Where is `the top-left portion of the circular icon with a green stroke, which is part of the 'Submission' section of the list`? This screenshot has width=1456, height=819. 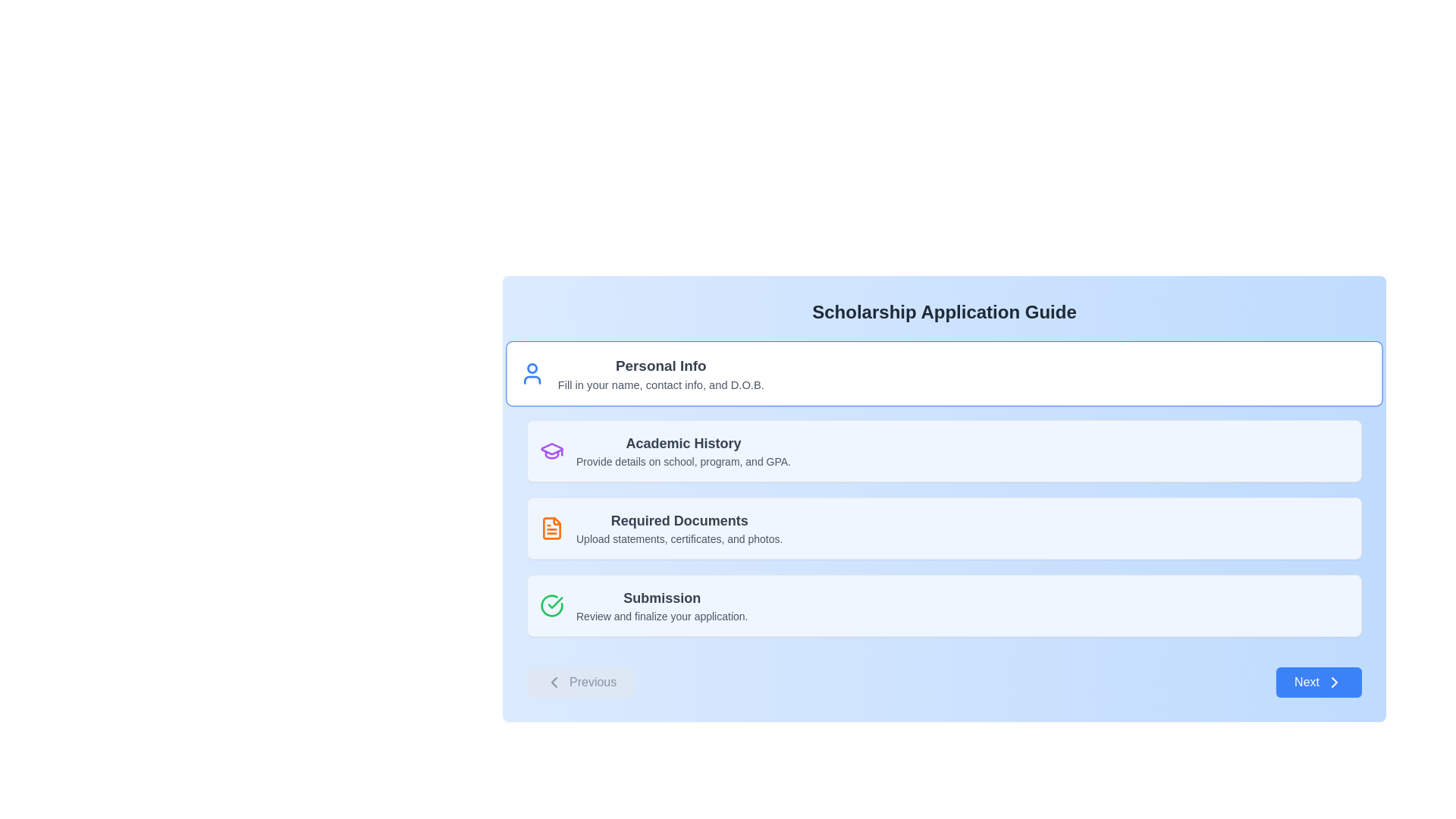
the top-left portion of the circular icon with a green stroke, which is part of the 'Submission' section of the list is located at coordinates (551, 604).